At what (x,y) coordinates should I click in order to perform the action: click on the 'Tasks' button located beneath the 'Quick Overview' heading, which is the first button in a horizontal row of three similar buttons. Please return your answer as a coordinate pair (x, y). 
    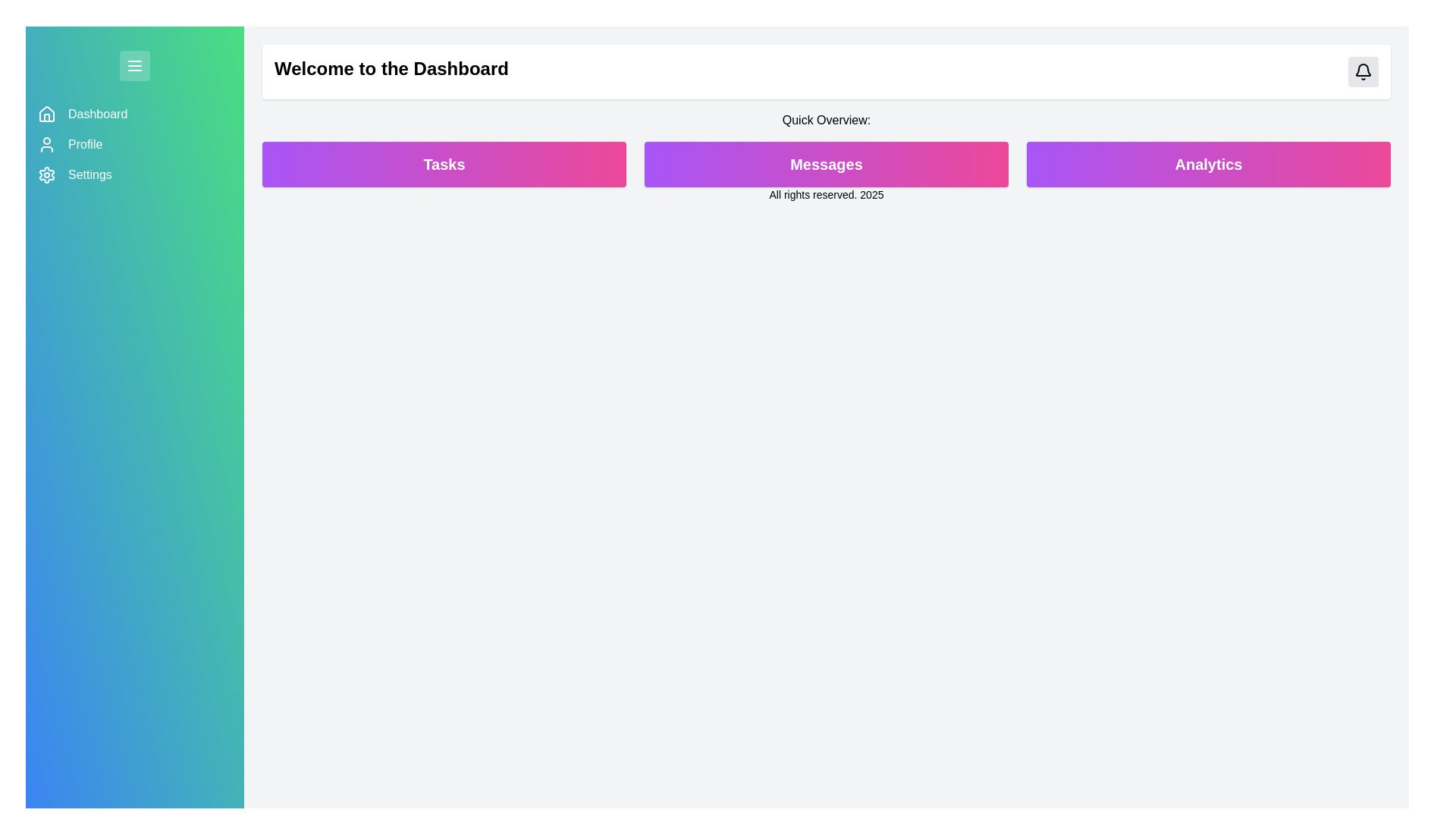
    Looking at the image, I should click on (443, 164).